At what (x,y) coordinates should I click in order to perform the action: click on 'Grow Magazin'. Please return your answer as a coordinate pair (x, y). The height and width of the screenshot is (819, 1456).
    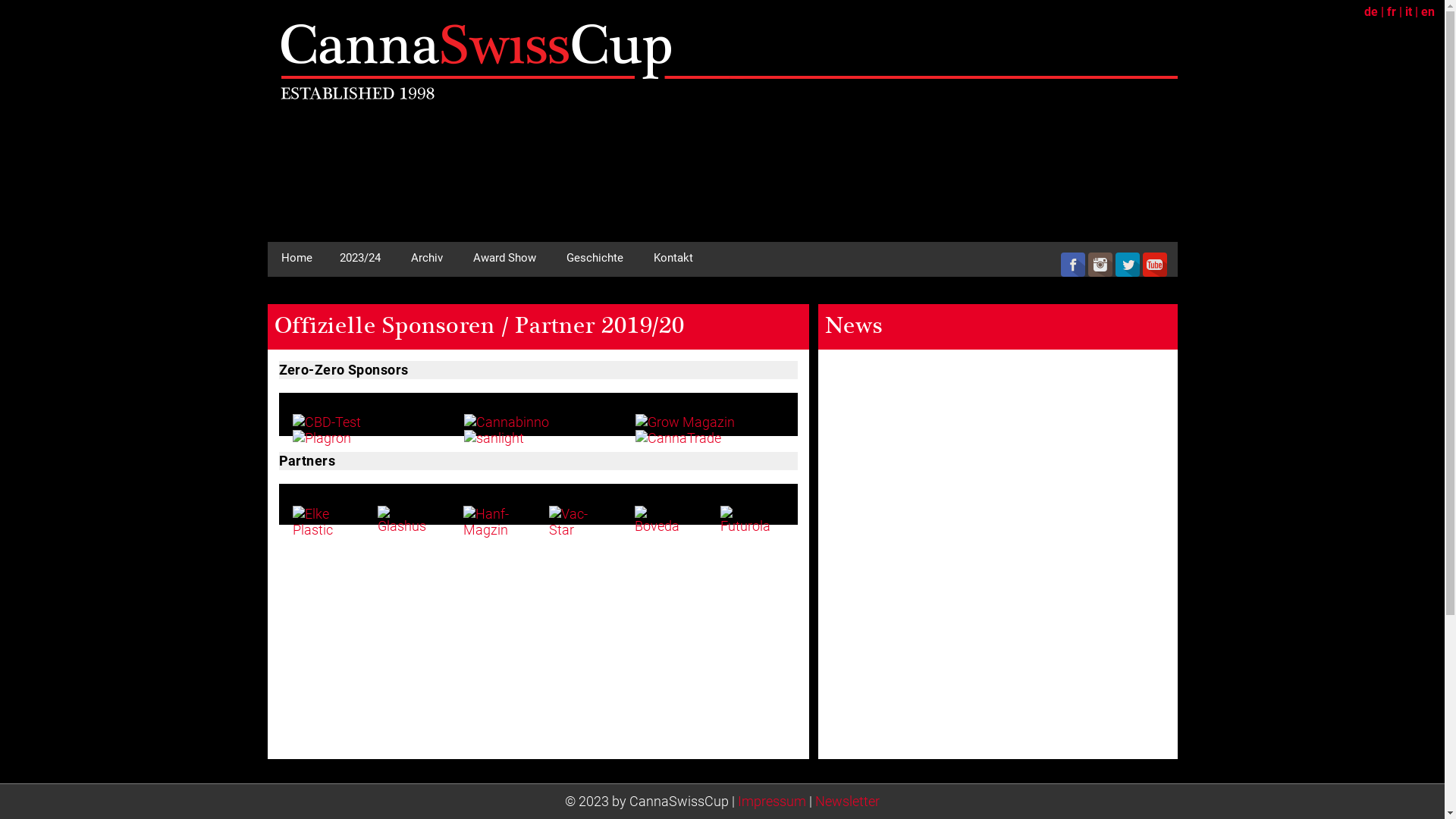
    Looking at the image, I should click on (684, 422).